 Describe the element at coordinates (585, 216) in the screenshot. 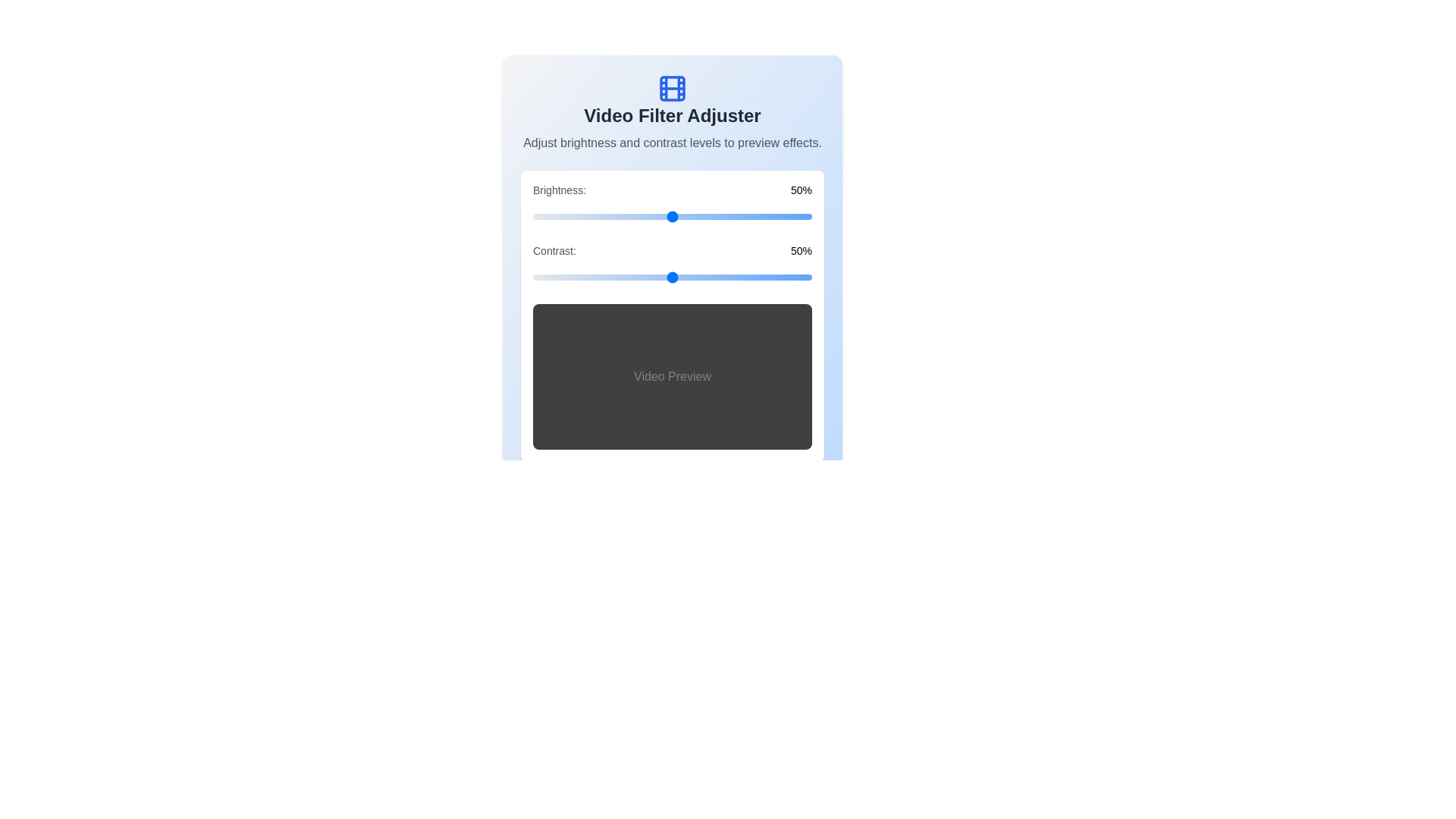

I see `the brightness slider to 19%` at that location.